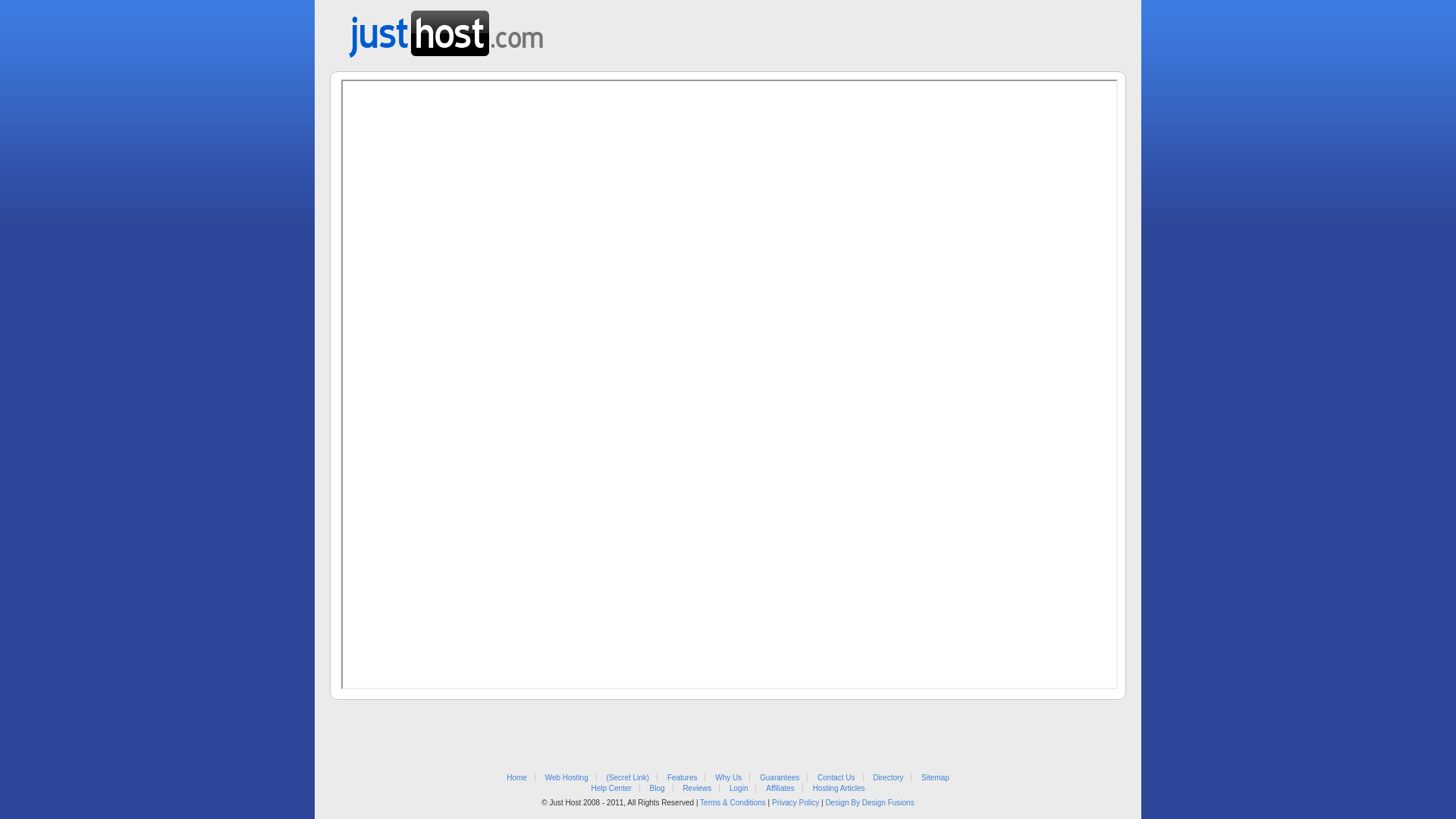 This screenshot has height=819, width=1456. I want to click on 'Directory', so click(888, 777).